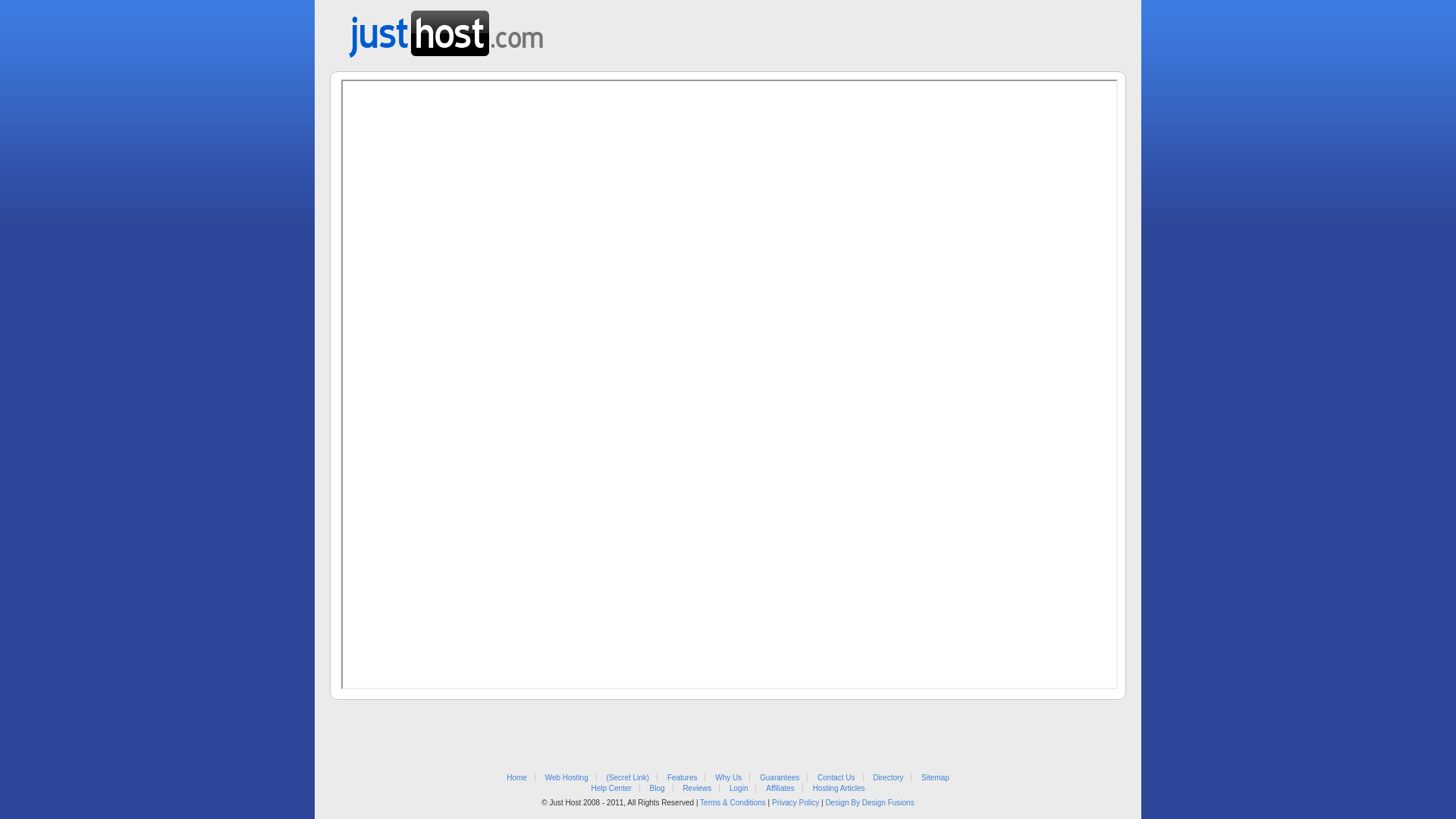 This screenshot has height=819, width=1456. I want to click on 'Directory', so click(888, 777).